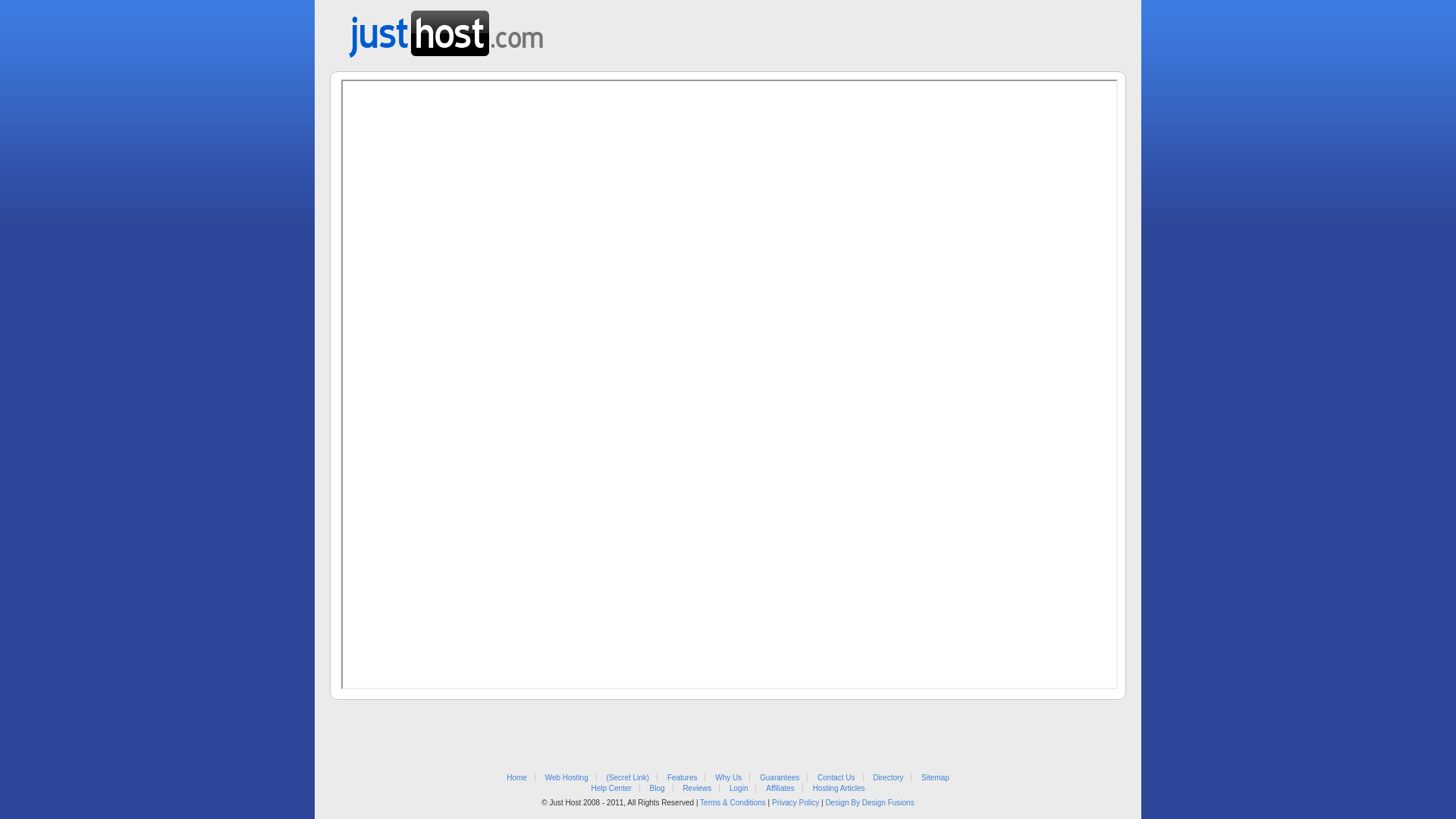 This screenshot has height=819, width=1456. I want to click on 'Directory', so click(888, 777).